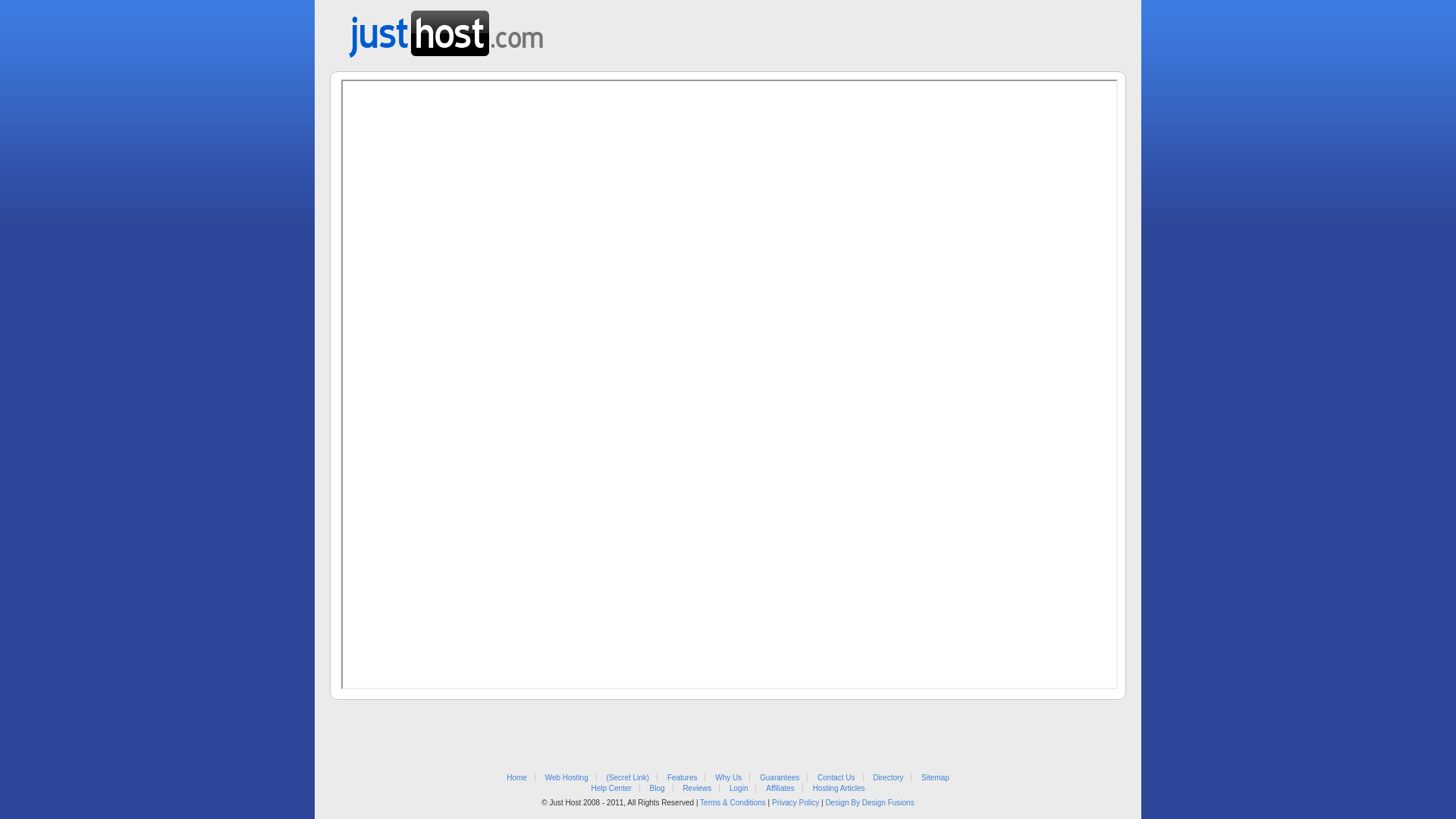 This screenshot has height=819, width=1456. I want to click on 'Directory', so click(888, 777).